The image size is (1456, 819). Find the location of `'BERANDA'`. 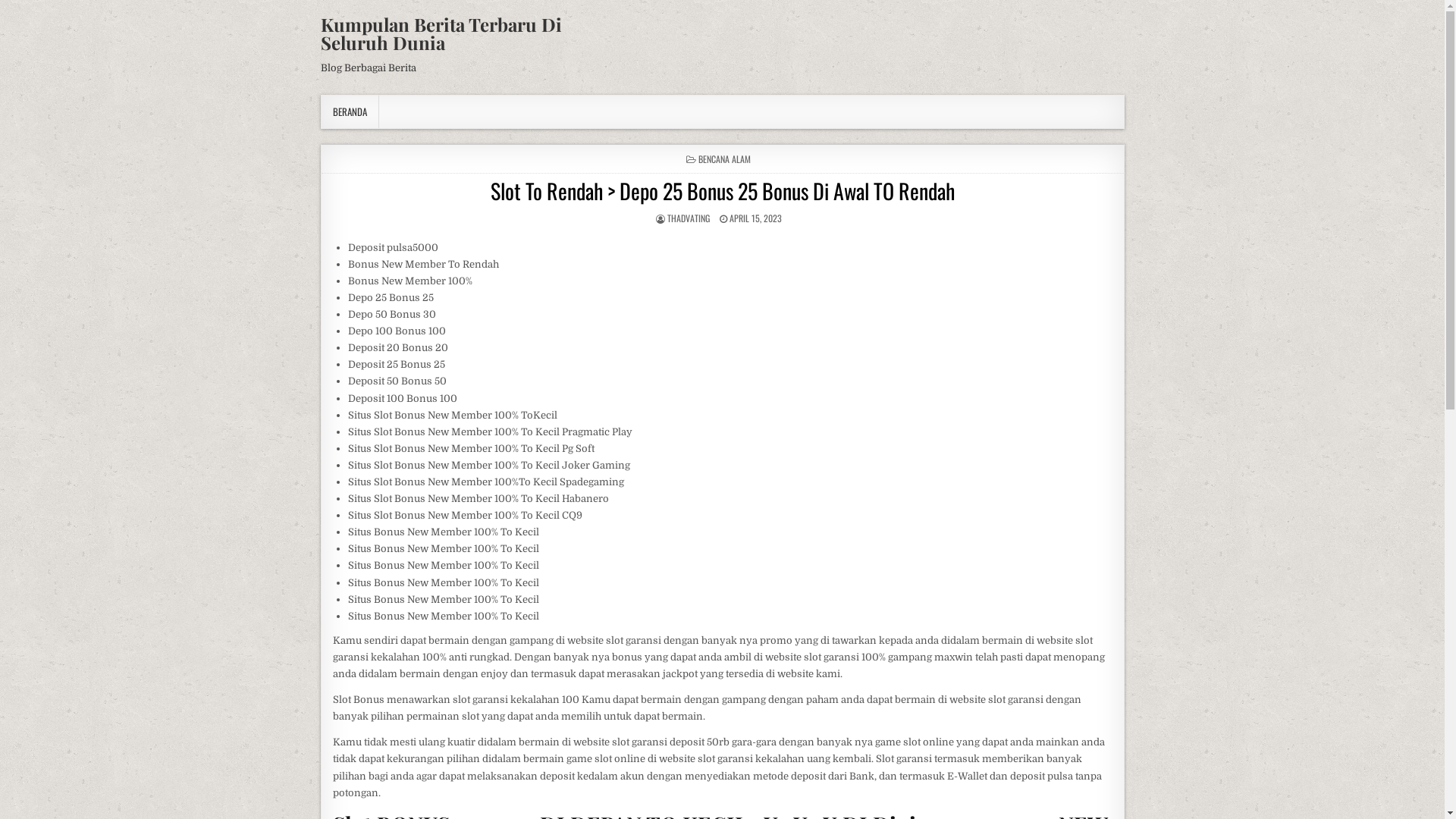

'BERANDA' is located at coordinates (349, 111).